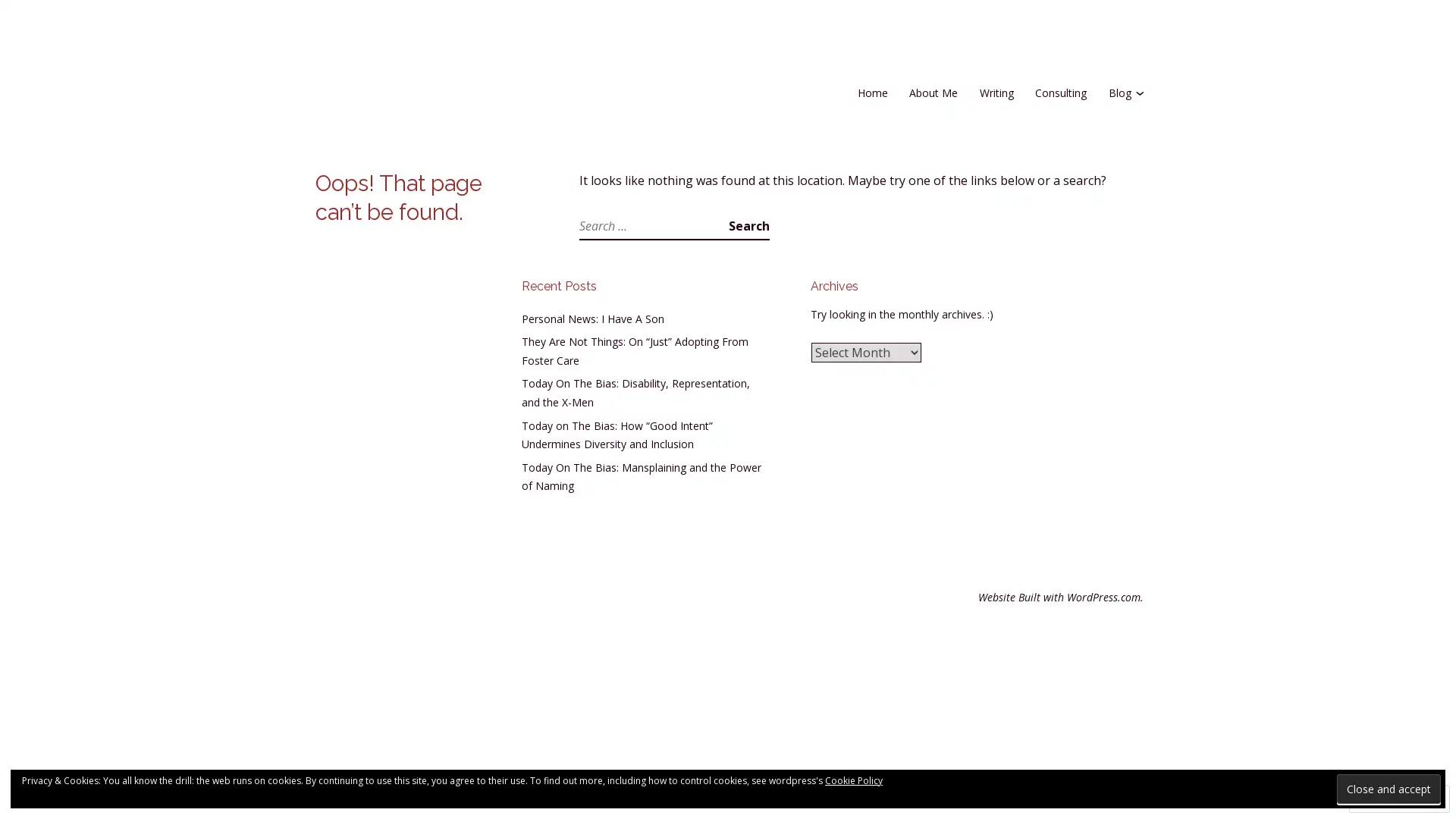 The height and width of the screenshot is (819, 1456). Describe the element at coordinates (749, 225) in the screenshot. I see `Search` at that location.